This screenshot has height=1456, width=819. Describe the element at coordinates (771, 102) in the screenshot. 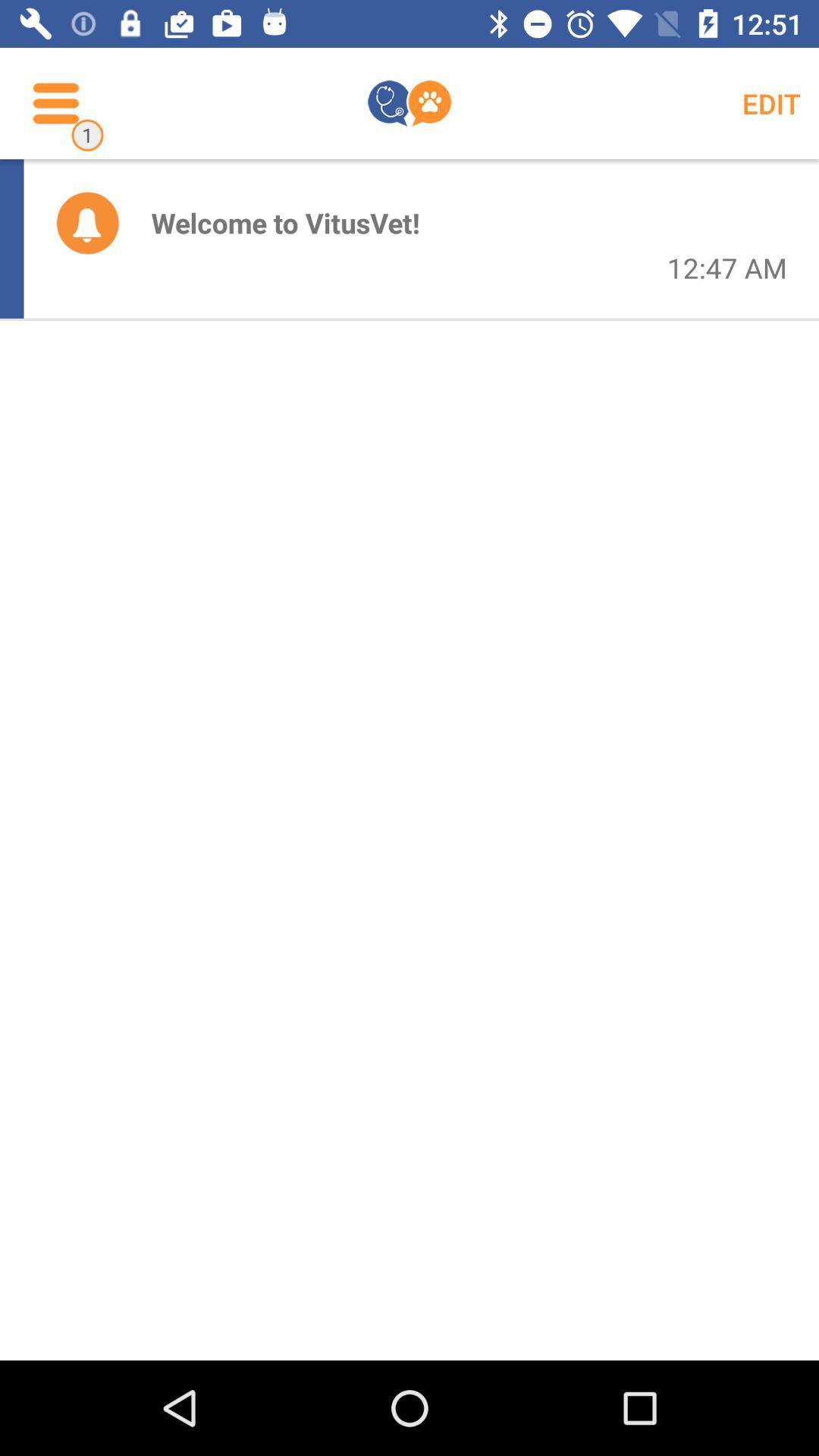

I see `the icon above the 12:47 am` at that location.